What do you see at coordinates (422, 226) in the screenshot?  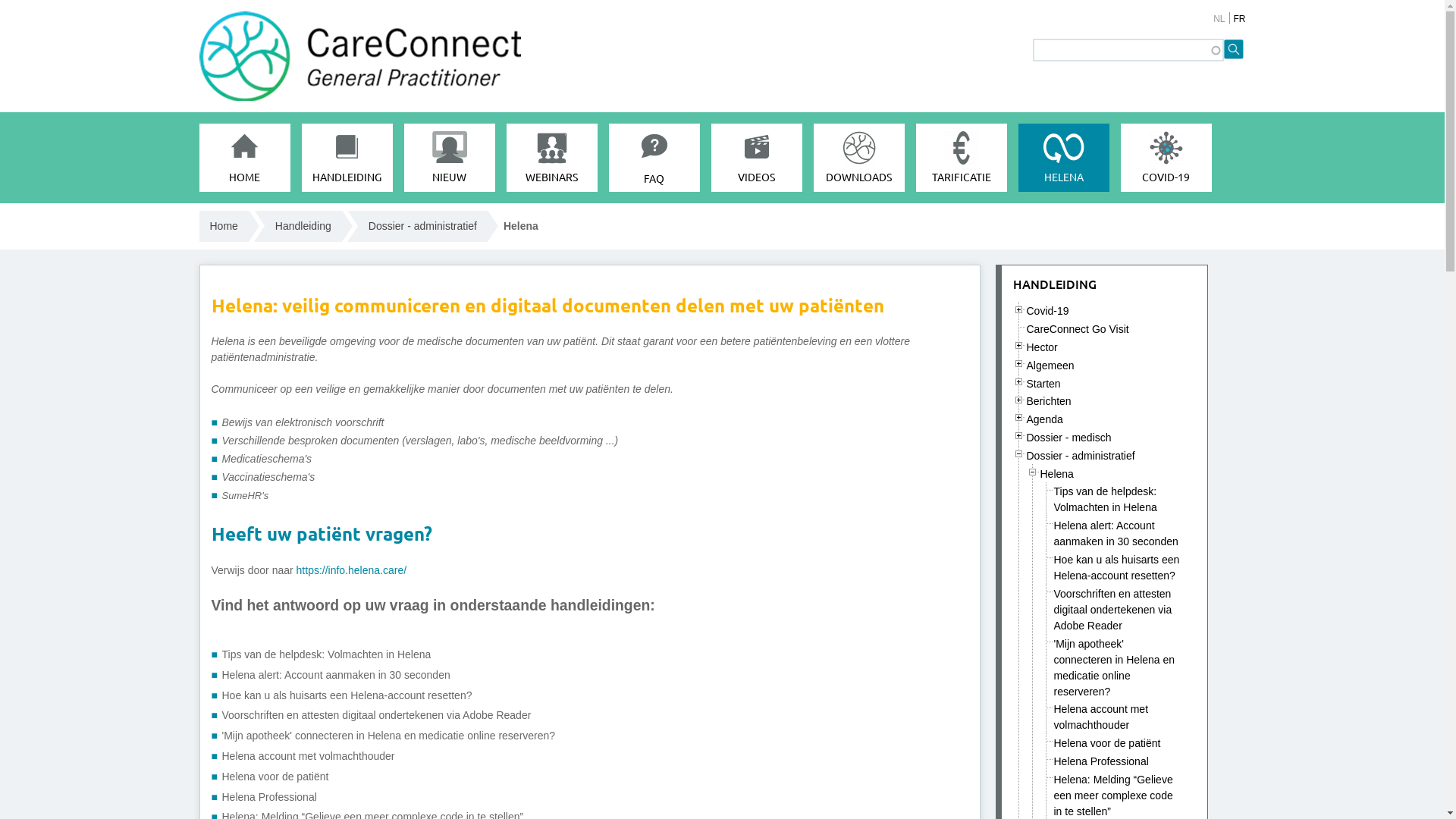 I see `'Dossier - administratief'` at bounding box center [422, 226].